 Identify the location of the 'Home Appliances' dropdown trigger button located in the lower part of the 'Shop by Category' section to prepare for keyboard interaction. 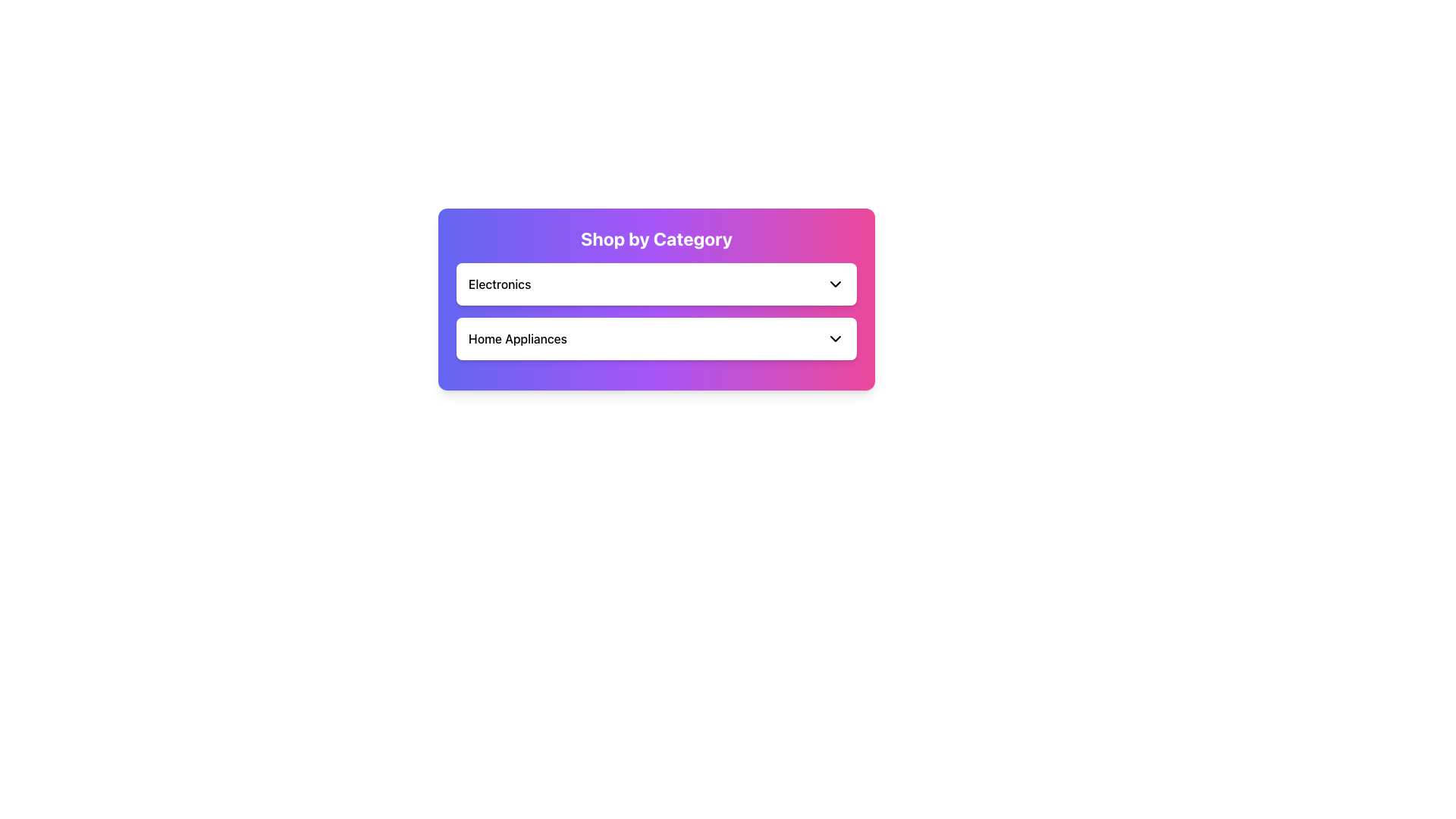
(656, 338).